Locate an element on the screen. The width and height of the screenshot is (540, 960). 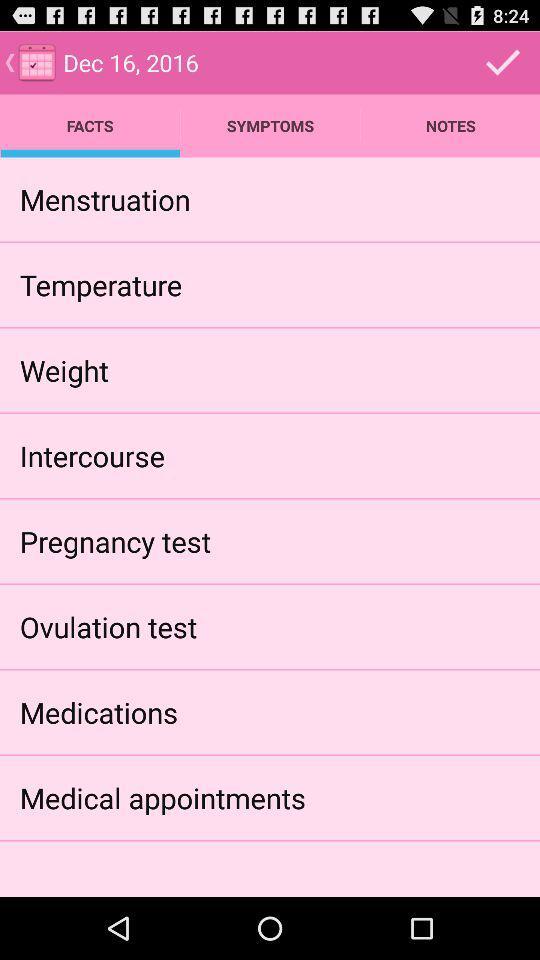
notes is located at coordinates (450, 125).